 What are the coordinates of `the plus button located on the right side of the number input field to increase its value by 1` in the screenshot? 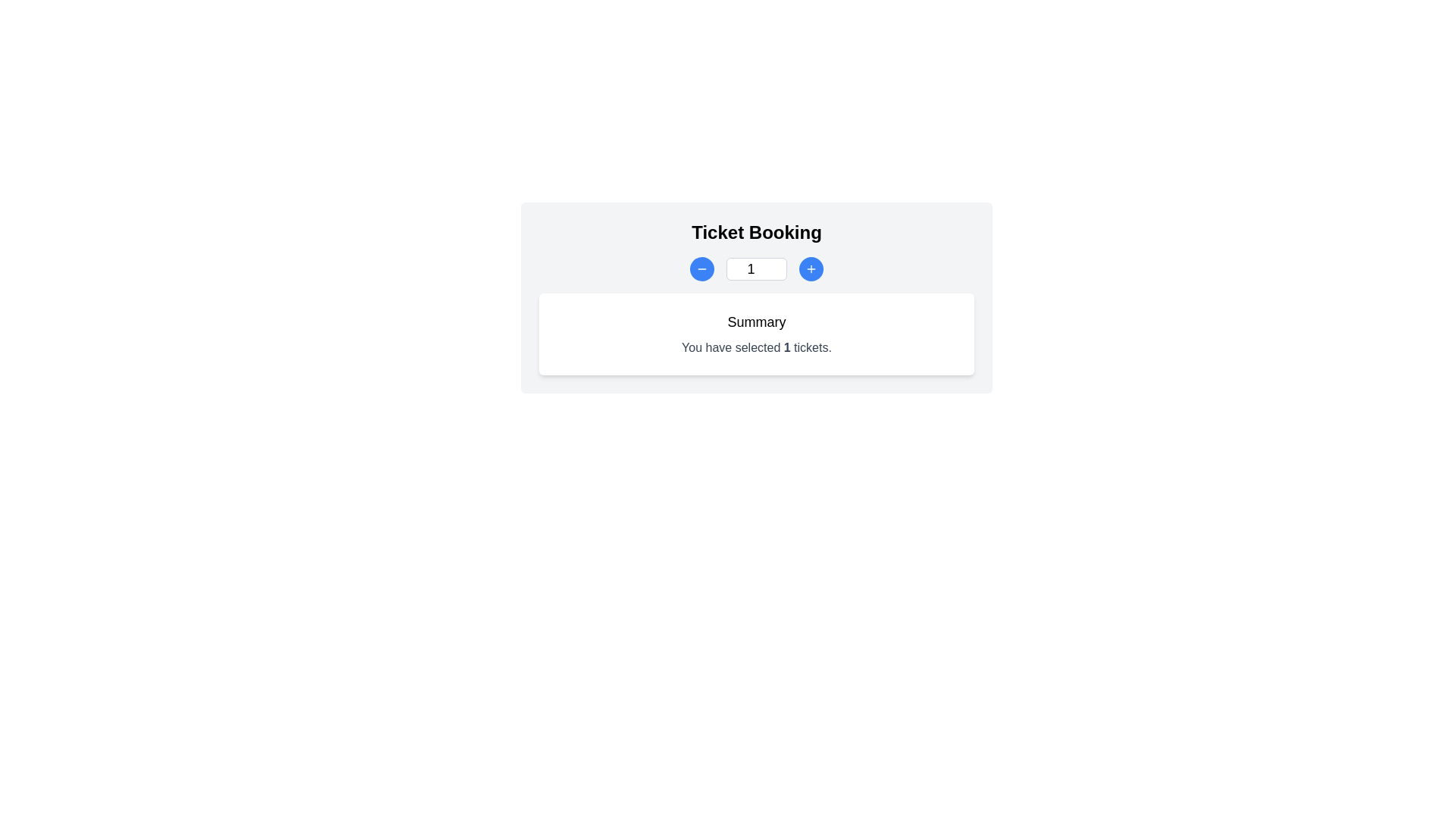 It's located at (811, 268).